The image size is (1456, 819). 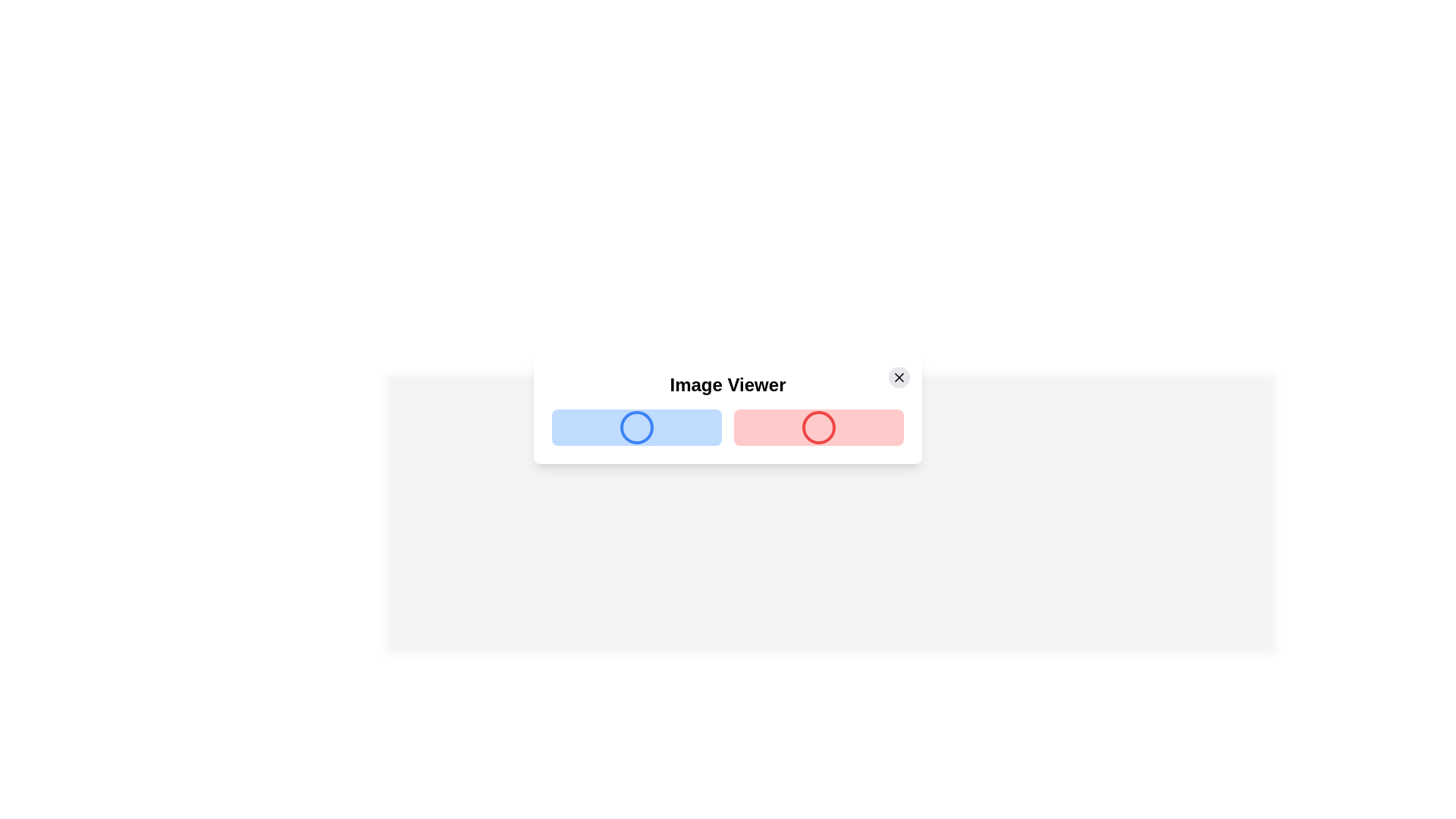 What do you see at coordinates (899, 376) in the screenshot?
I see `the diagonal cross (X) icon of the Close button located in the upper-right corner of the 'Image Viewer' dialog box` at bounding box center [899, 376].